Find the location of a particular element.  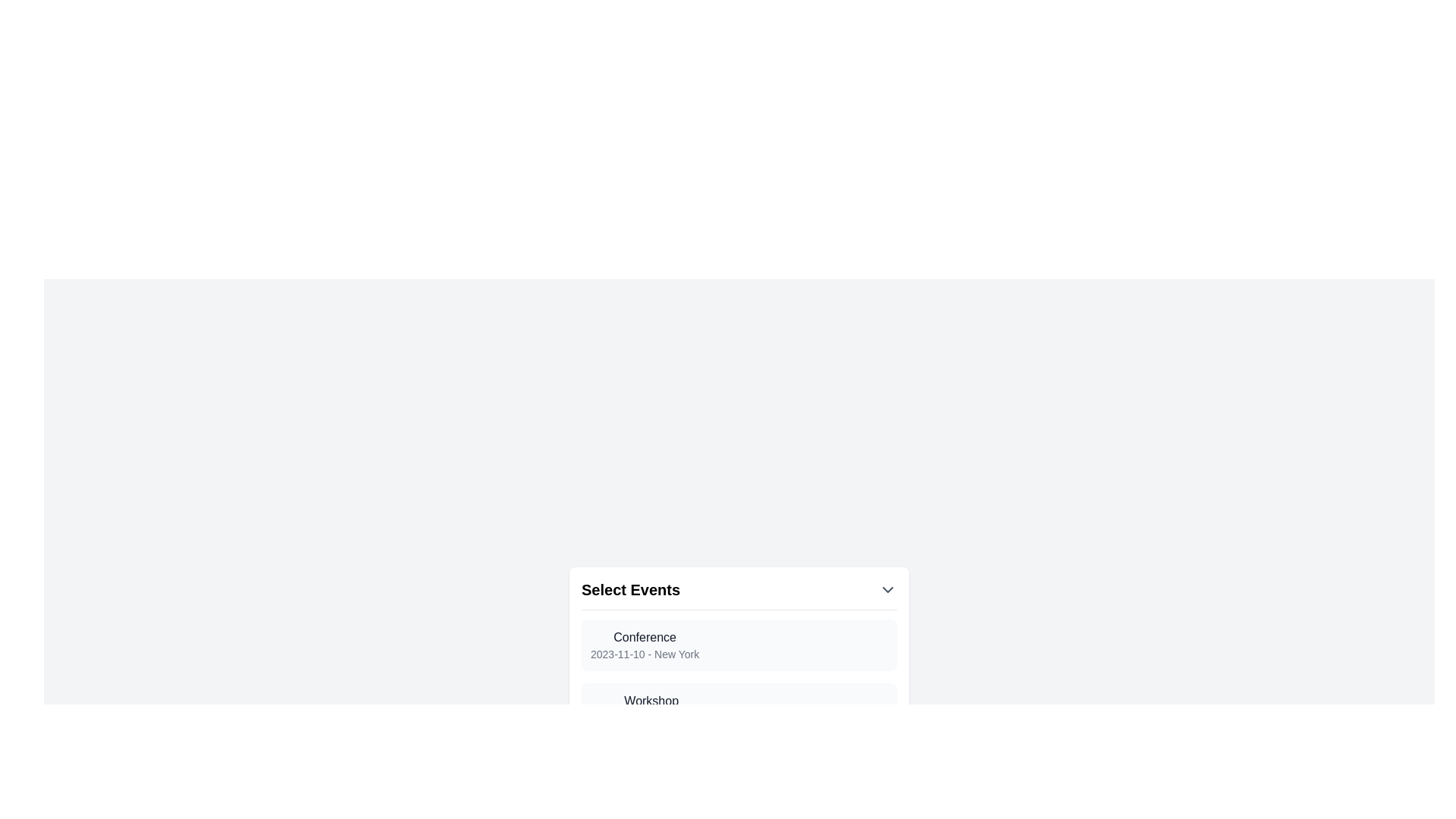

the Text label (header) which serves as a title for the dropdown functionality, located in the top section of the interface is located at coordinates (631, 588).